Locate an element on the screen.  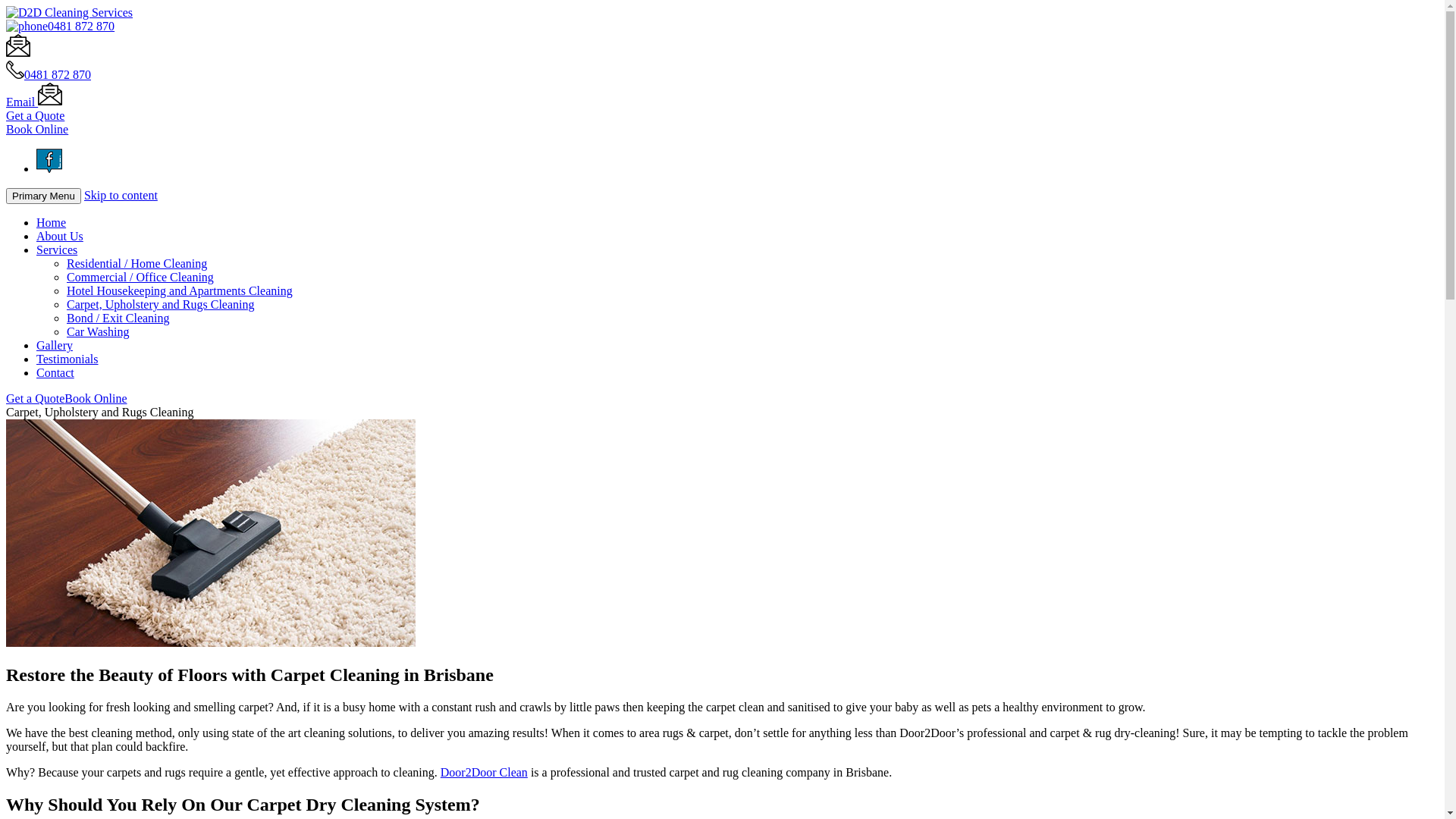
'Gallery' is located at coordinates (55, 345).